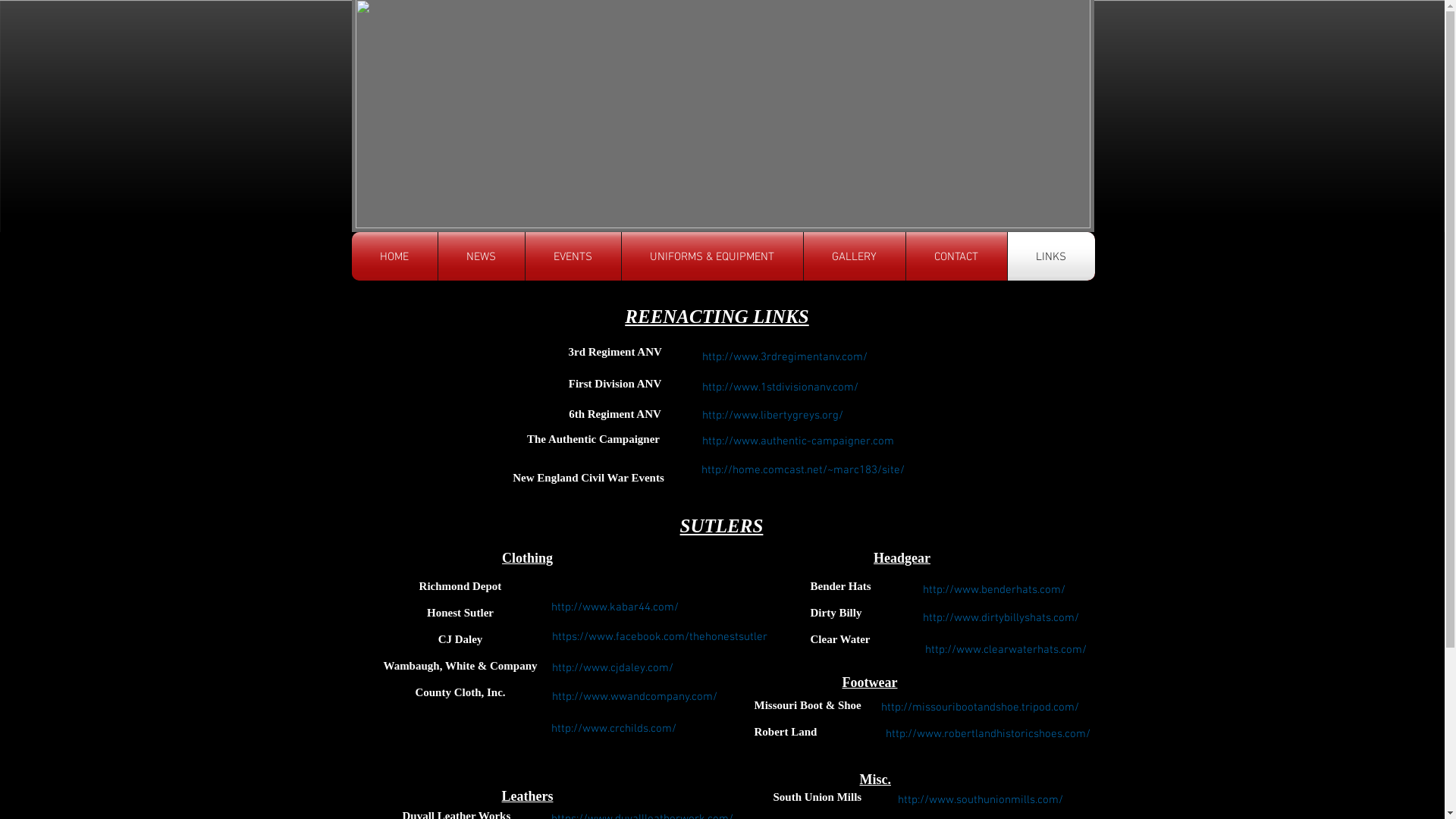  Describe the element at coordinates (802, 467) in the screenshot. I see `'http://home.comcast.net/~marc183/site/'` at that location.